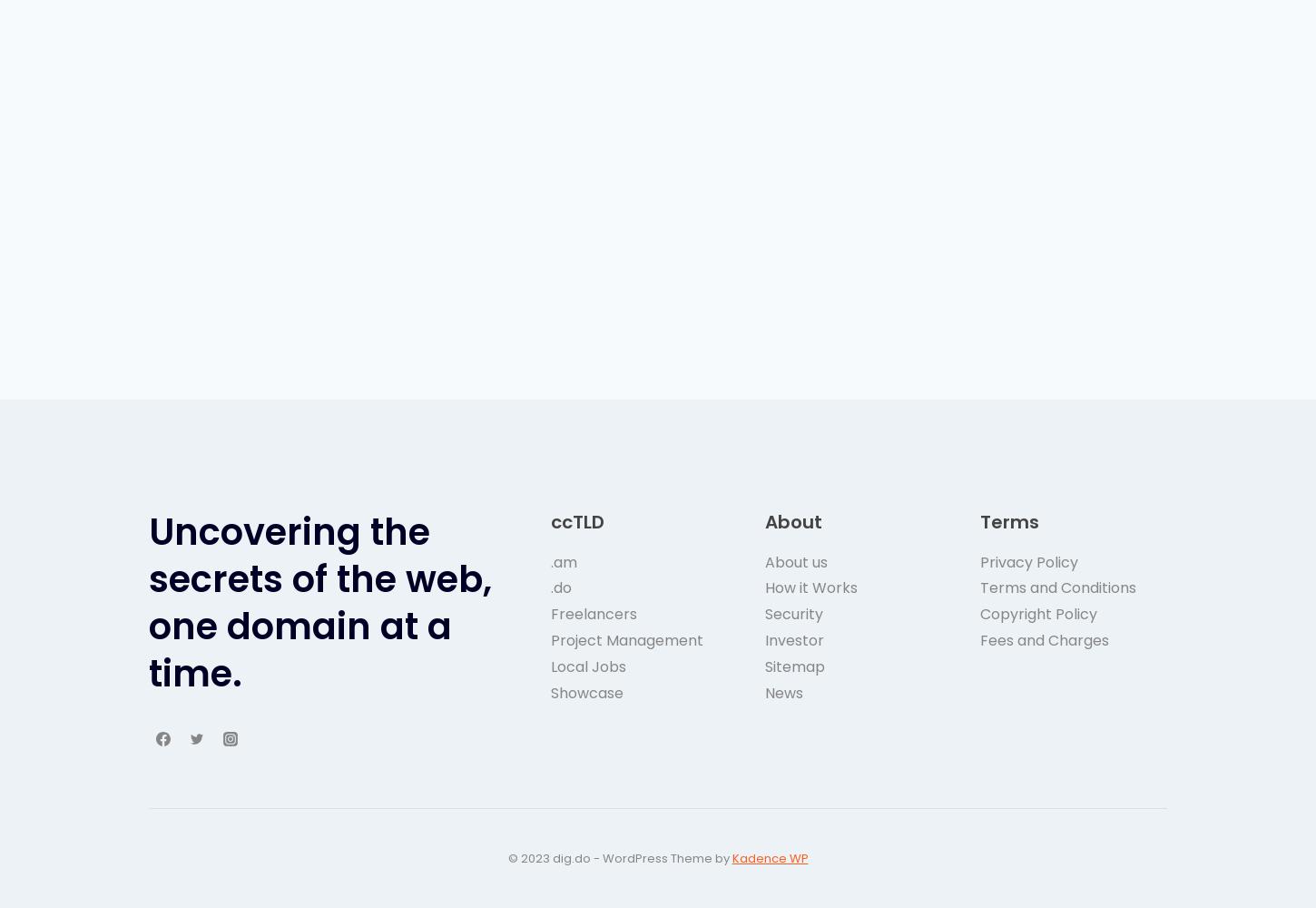 The width and height of the screenshot is (1316, 908). What do you see at coordinates (584, 692) in the screenshot?
I see `'Showcase'` at bounding box center [584, 692].